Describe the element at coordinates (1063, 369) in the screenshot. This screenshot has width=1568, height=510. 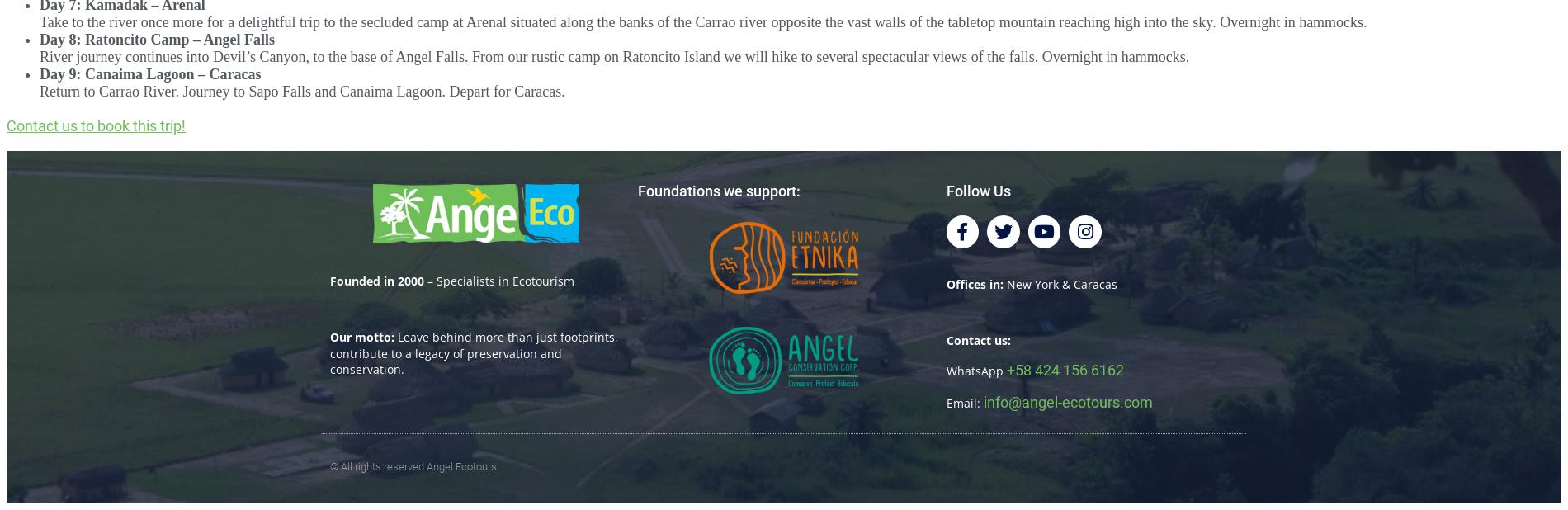
I see `'+58 424 156 6162'` at that location.